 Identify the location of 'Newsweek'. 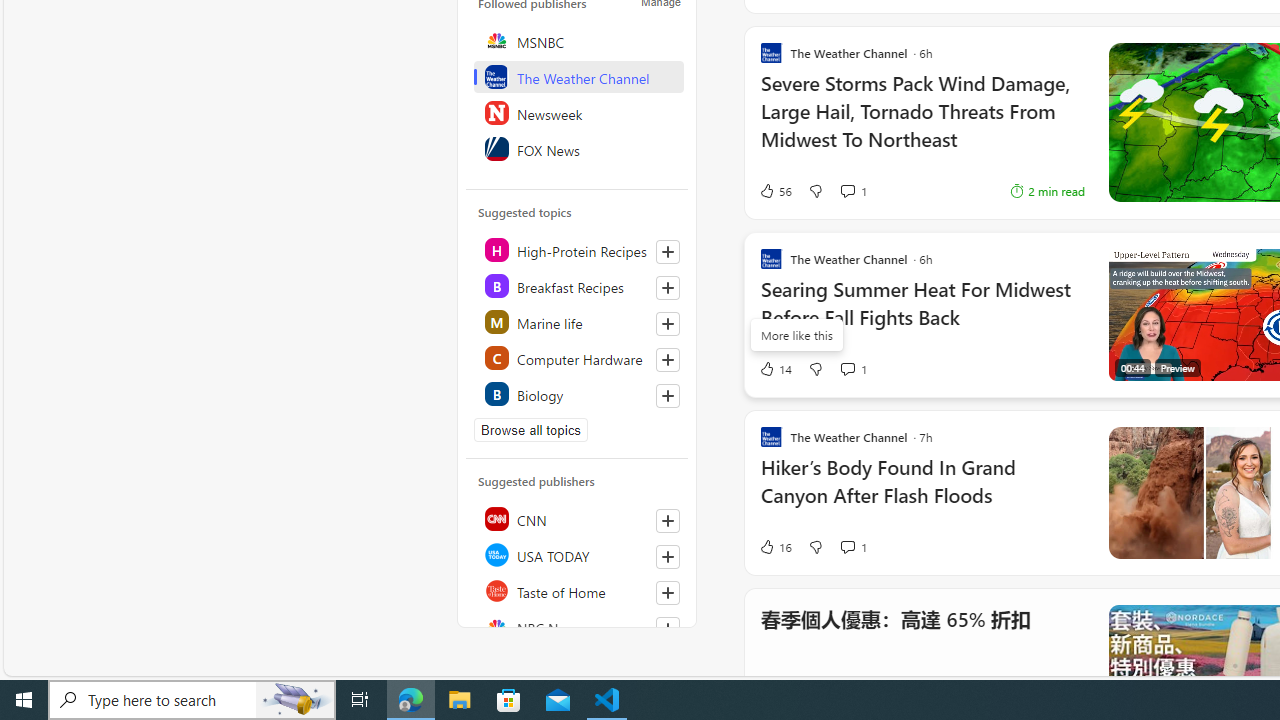
(577, 113).